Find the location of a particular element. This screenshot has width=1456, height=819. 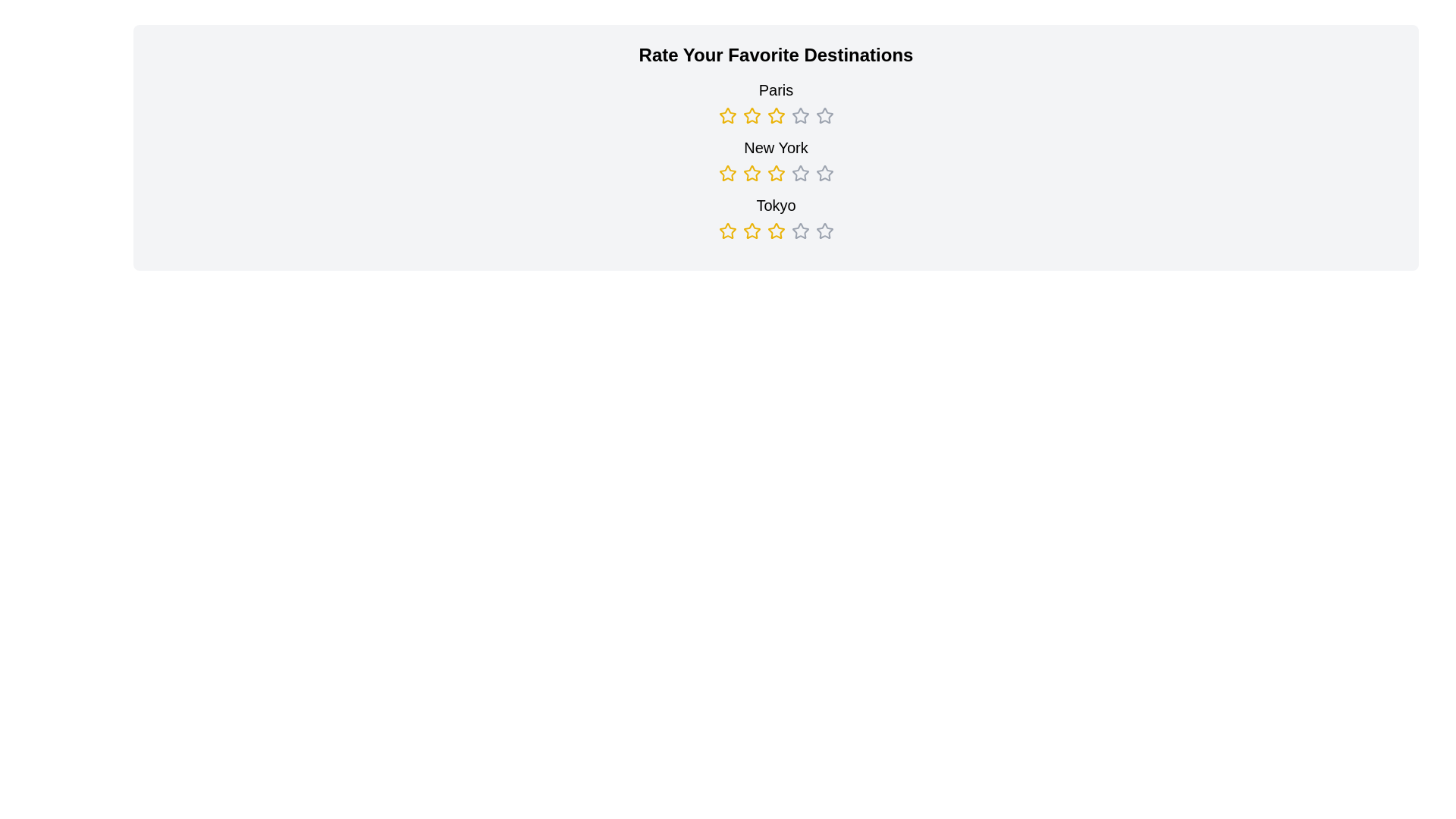

the fourth star is located at coordinates (799, 231).